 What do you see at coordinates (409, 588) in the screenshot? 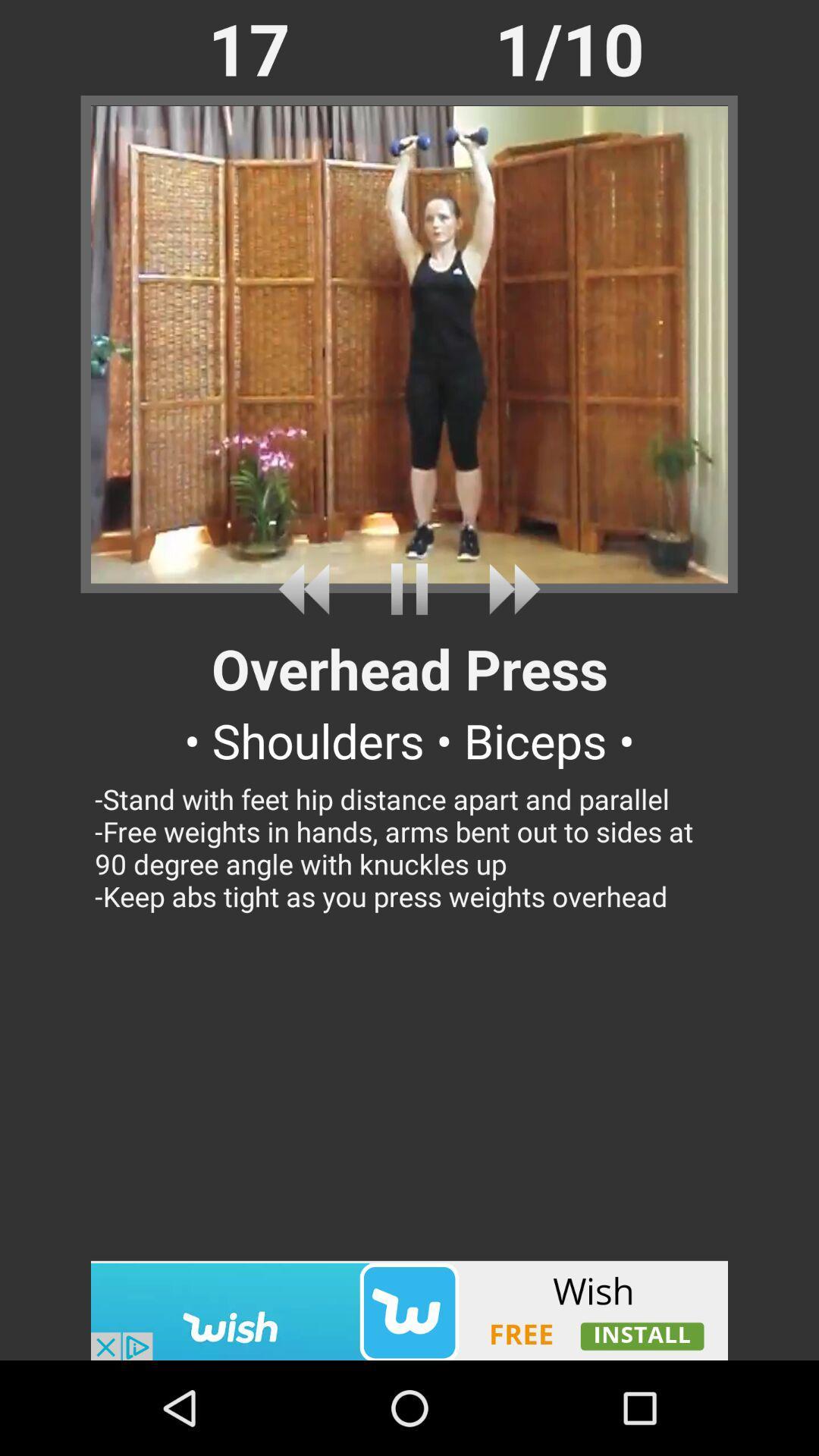
I see `pause video` at bounding box center [409, 588].